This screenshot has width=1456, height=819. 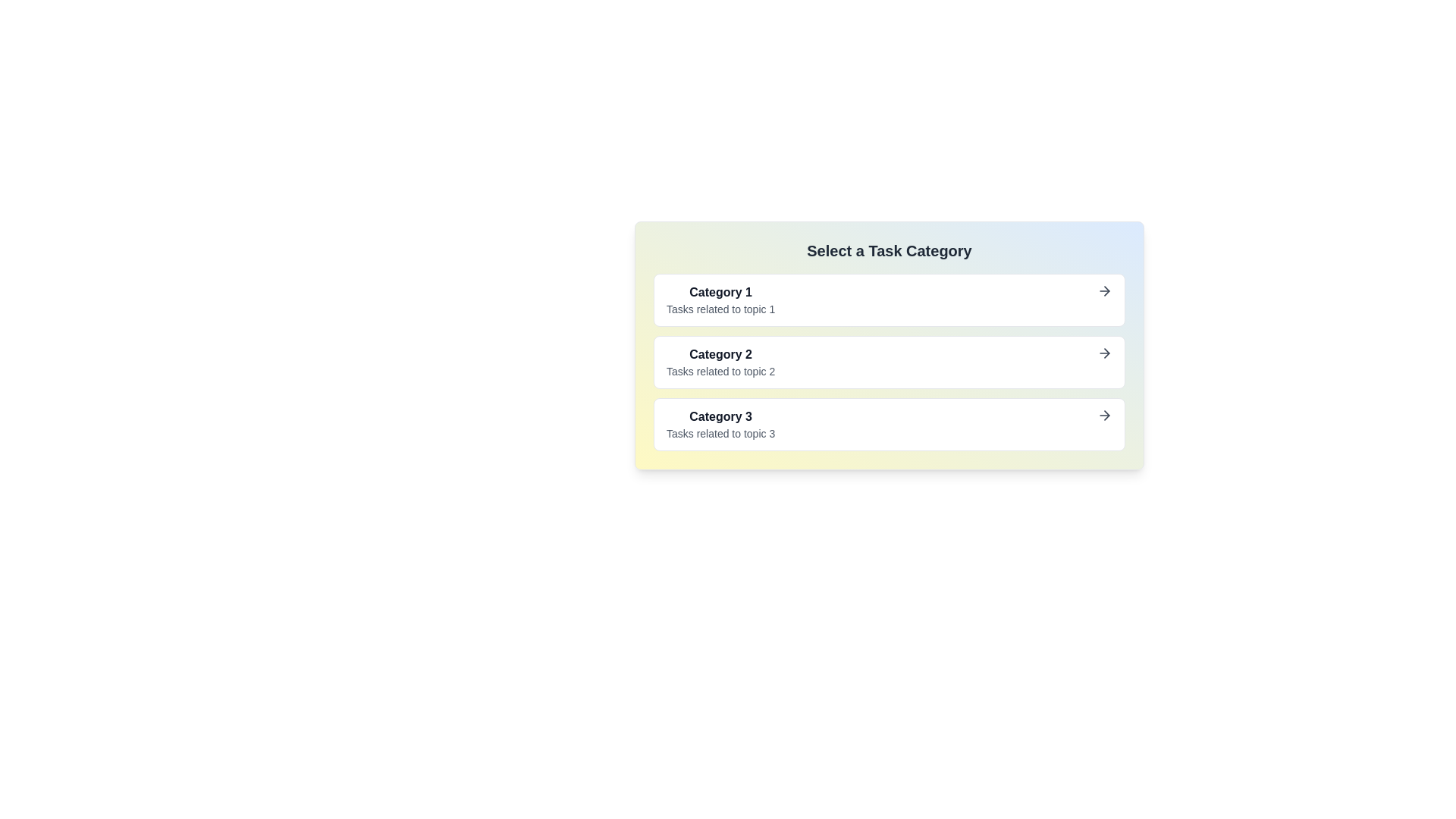 What do you see at coordinates (720, 300) in the screenshot?
I see `information displayed in the text label representing 'Category 1' with the description 'Tasks related to topic 1', located in the first card under 'Select a Task Category'` at bounding box center [720, 300].